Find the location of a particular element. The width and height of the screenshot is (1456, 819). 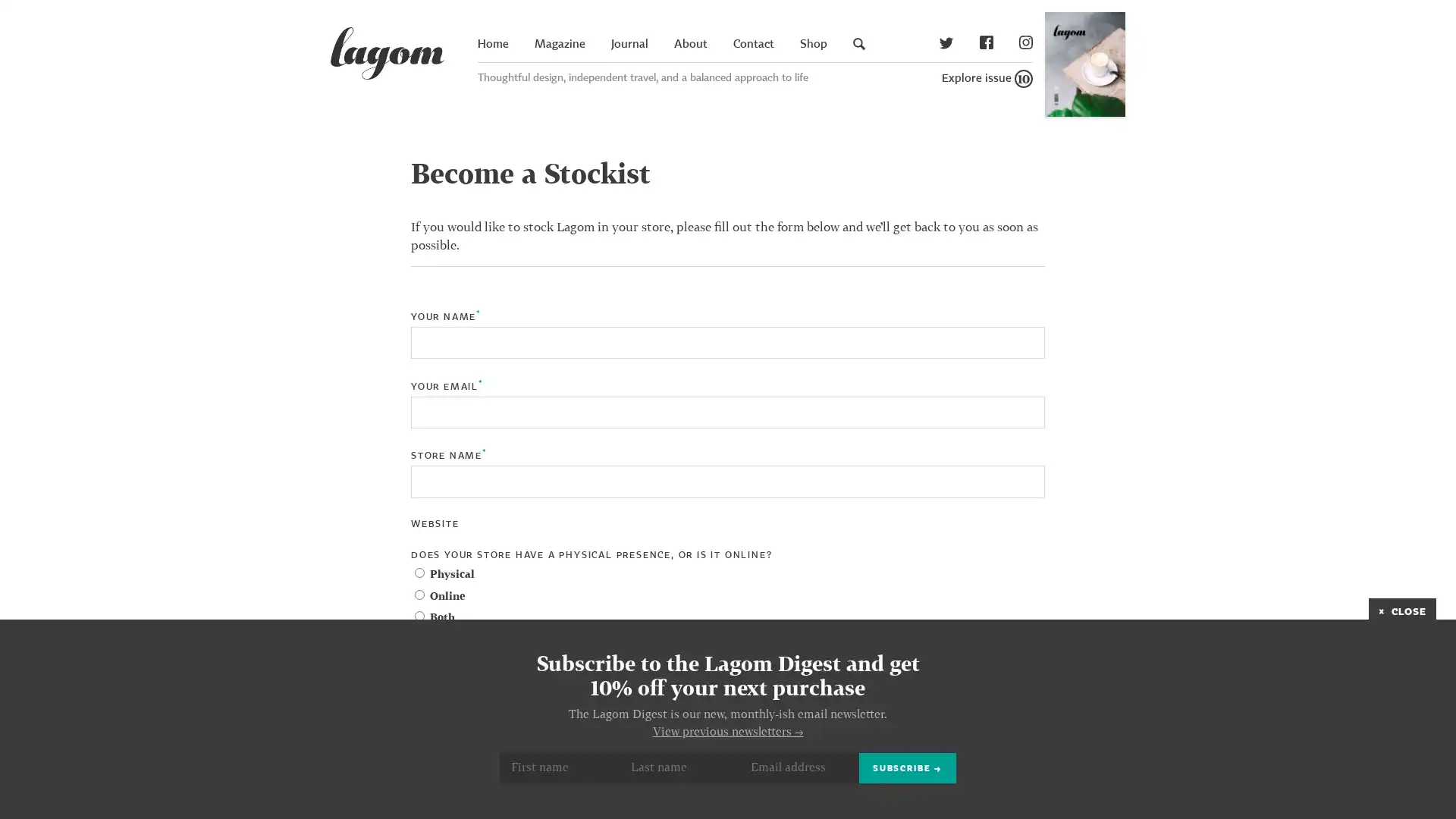

Subscribe is located at coordinates (907, 767).